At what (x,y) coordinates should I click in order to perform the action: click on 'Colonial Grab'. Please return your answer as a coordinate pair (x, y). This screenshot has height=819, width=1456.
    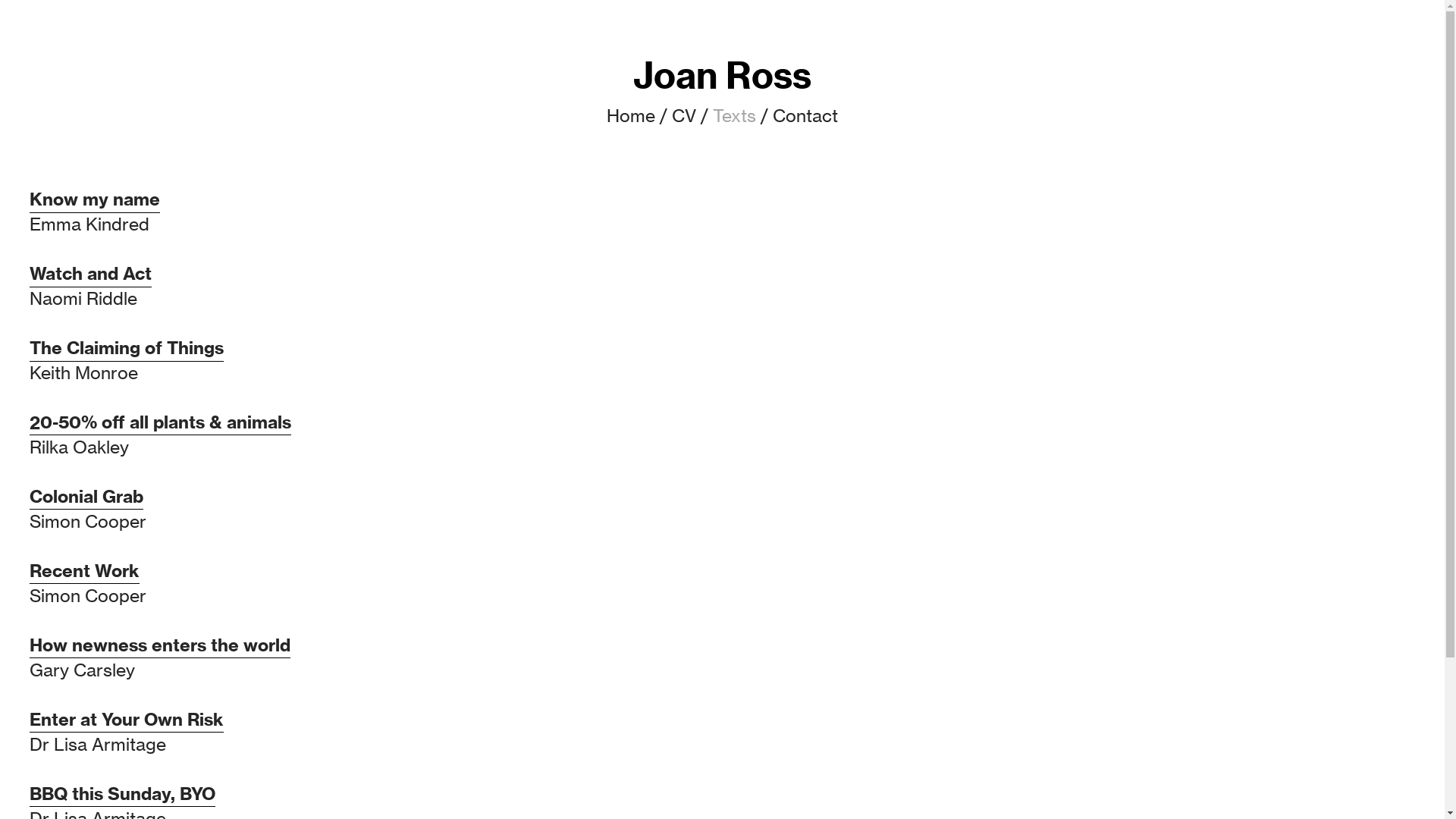
    Looking at the image, I should click on (29, 497).